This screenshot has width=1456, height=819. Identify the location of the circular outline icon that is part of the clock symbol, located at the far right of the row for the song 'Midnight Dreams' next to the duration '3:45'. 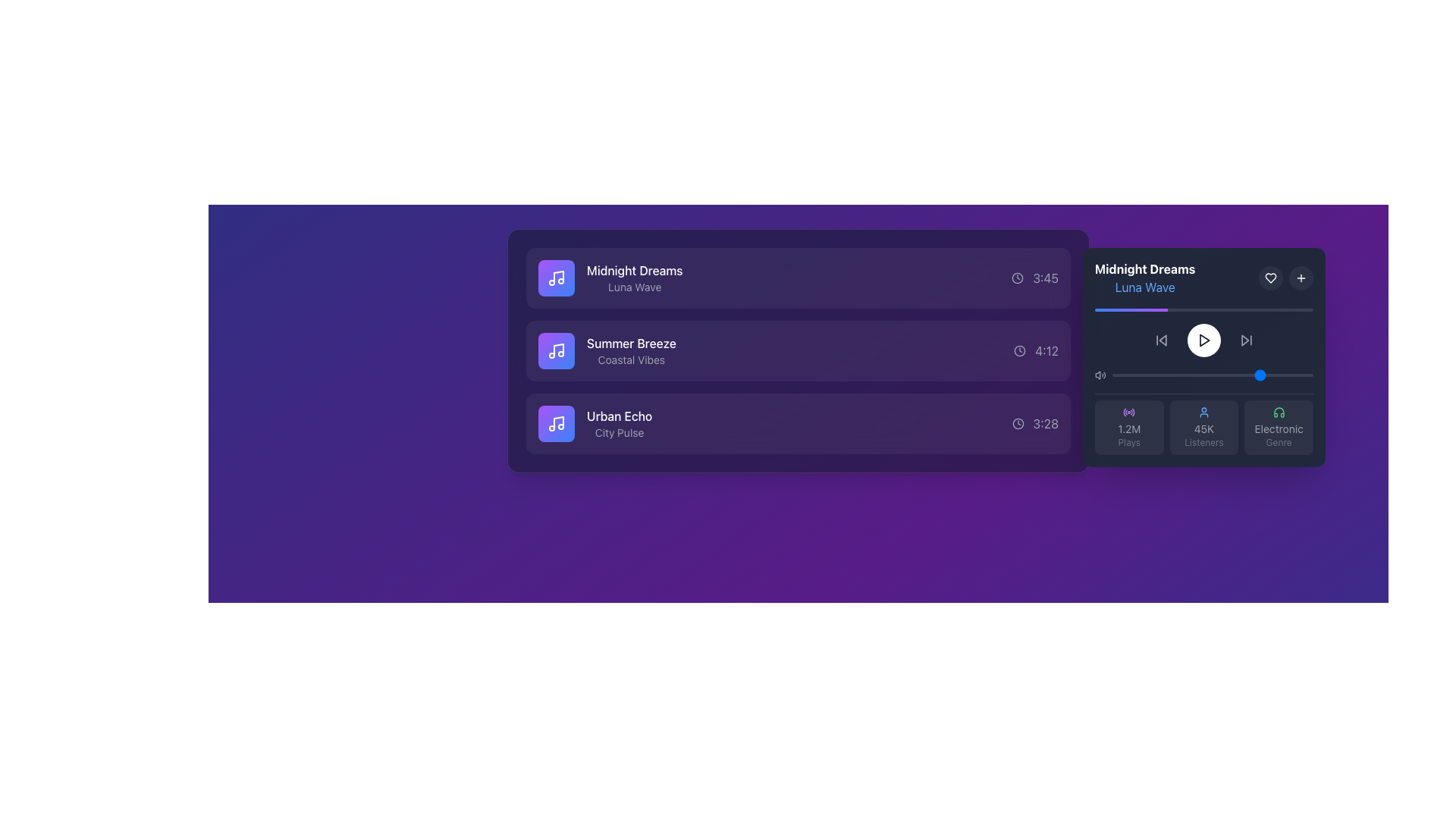
(1018, 278).